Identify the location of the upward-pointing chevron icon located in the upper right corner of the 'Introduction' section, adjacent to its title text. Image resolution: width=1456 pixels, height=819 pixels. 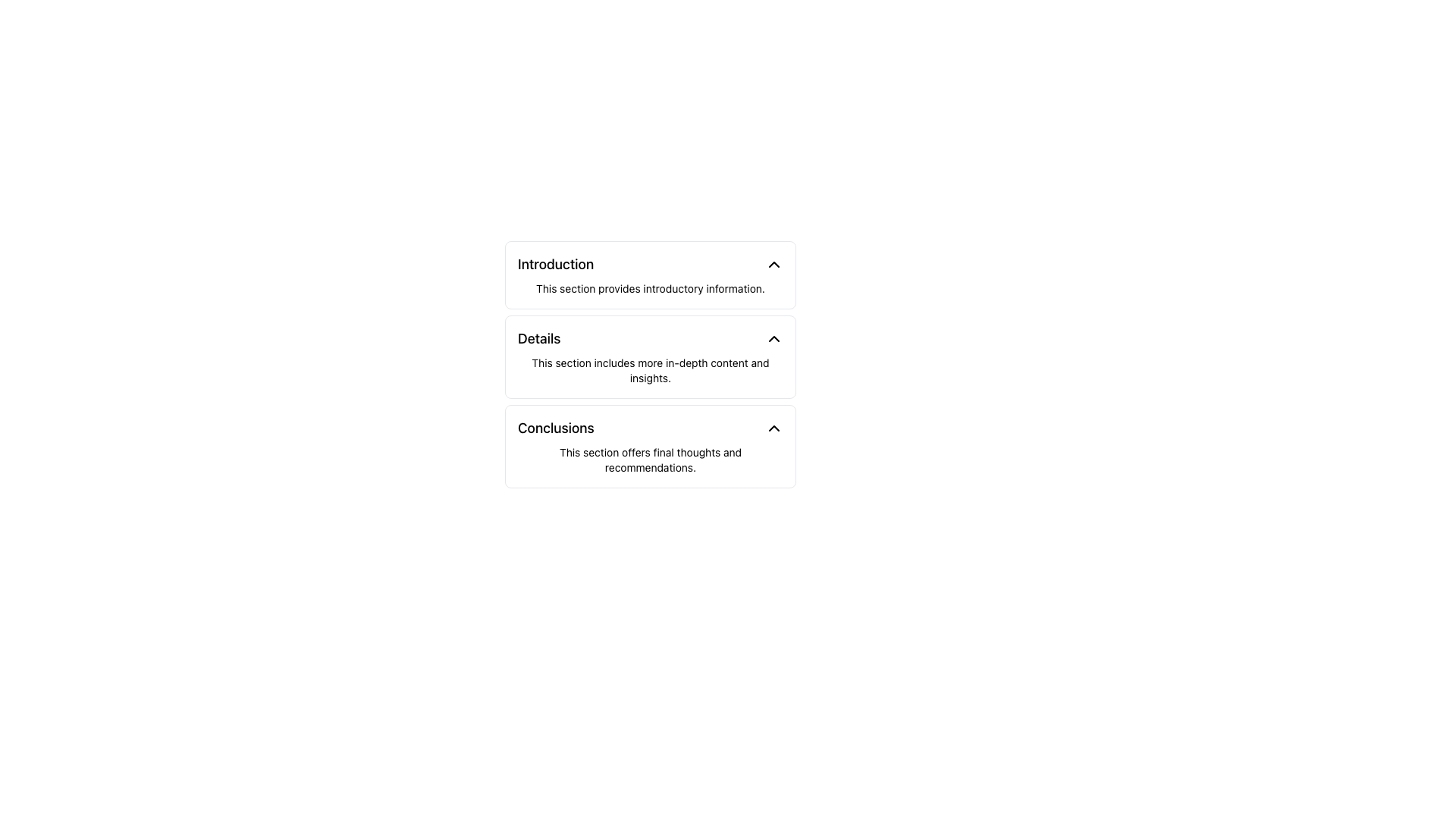
(774, 263).